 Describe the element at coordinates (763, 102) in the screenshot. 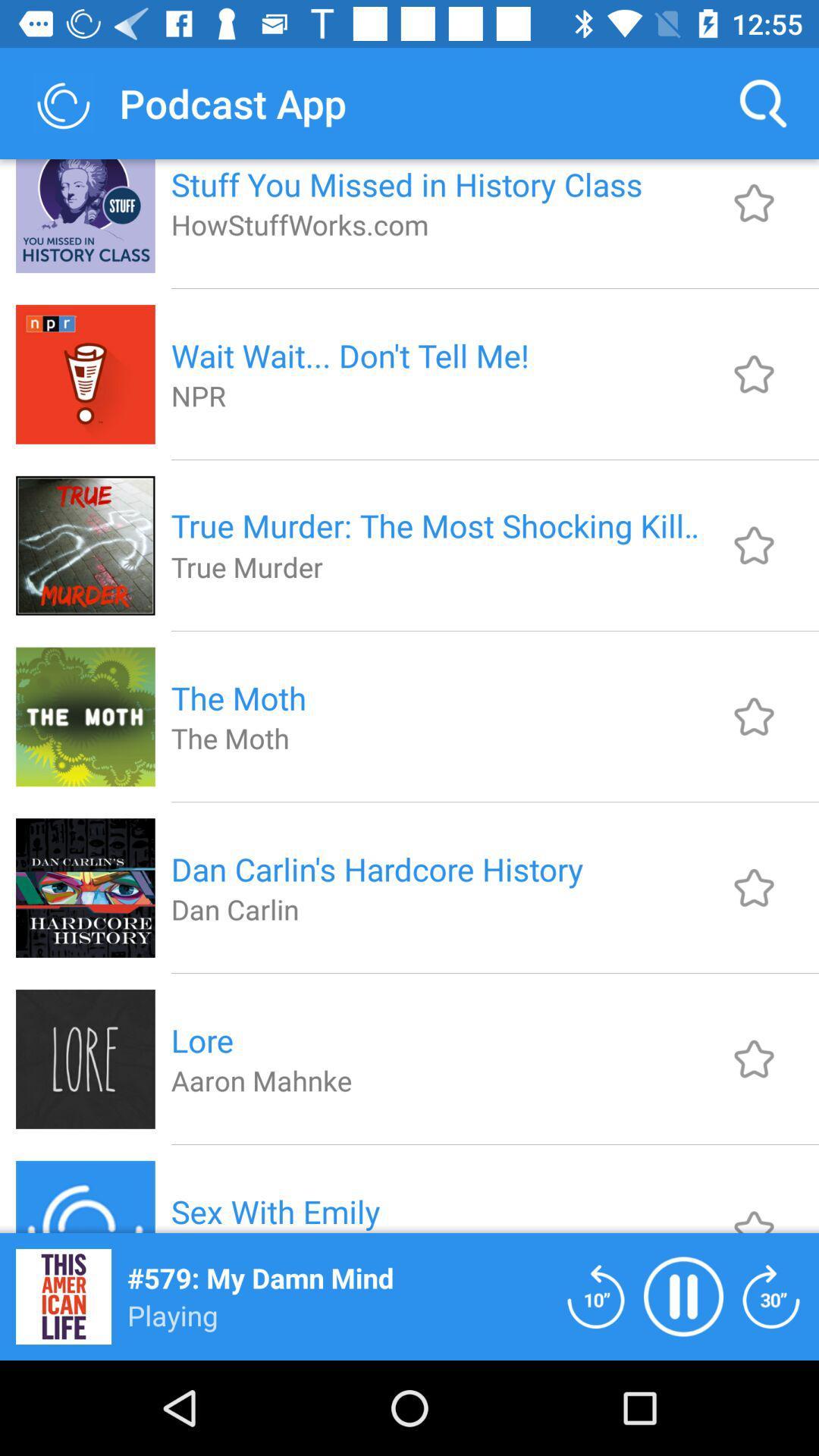

I see `the item next to stuff you missed icon` at that location.